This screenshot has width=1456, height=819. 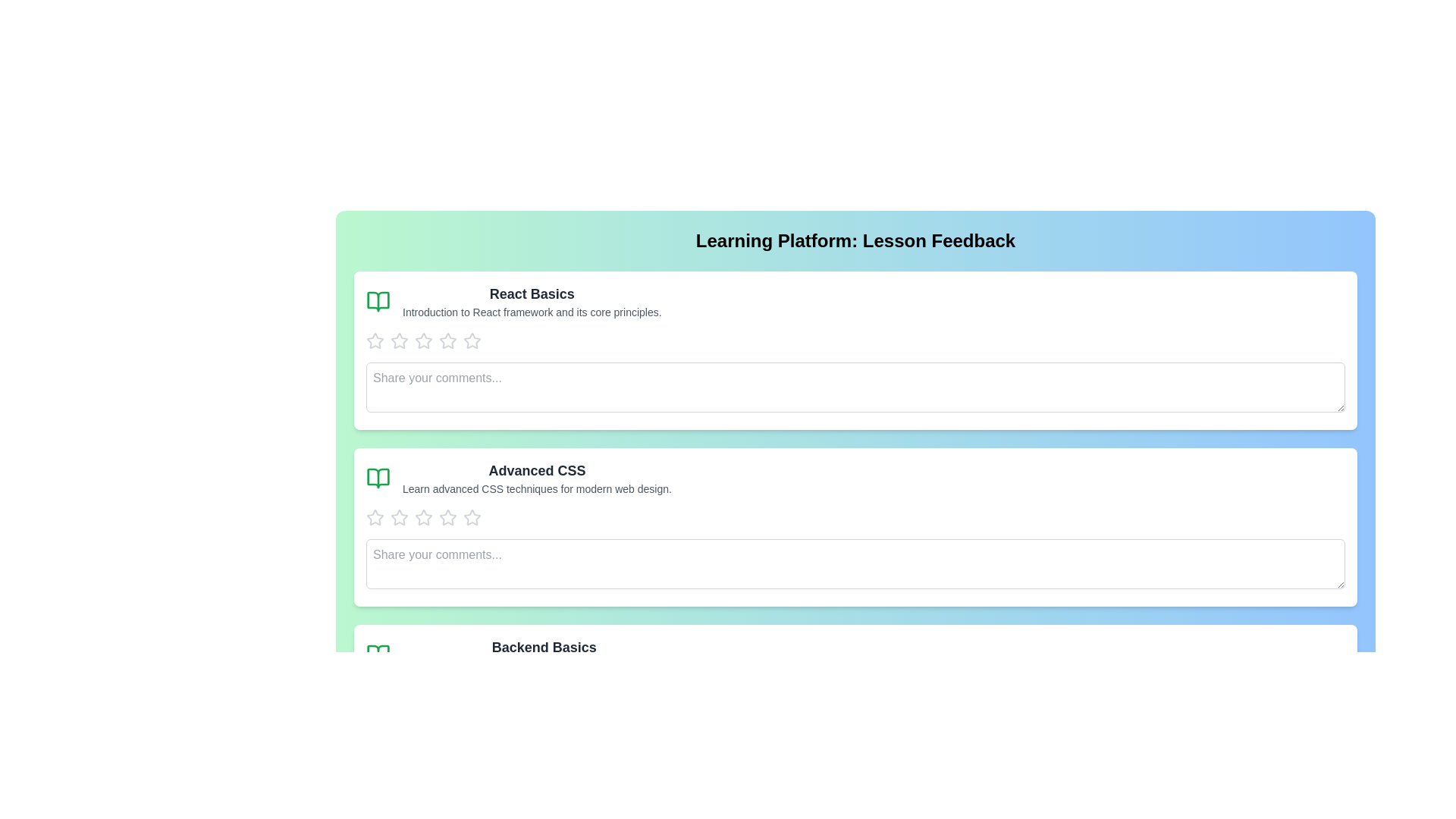 What do you see at coordinates (375, 516) in the screenshot?
I see `the leftmost star icon in the rating star component below the 'Advanced CSS' course feedback heading` at bounding box center [375, 516].